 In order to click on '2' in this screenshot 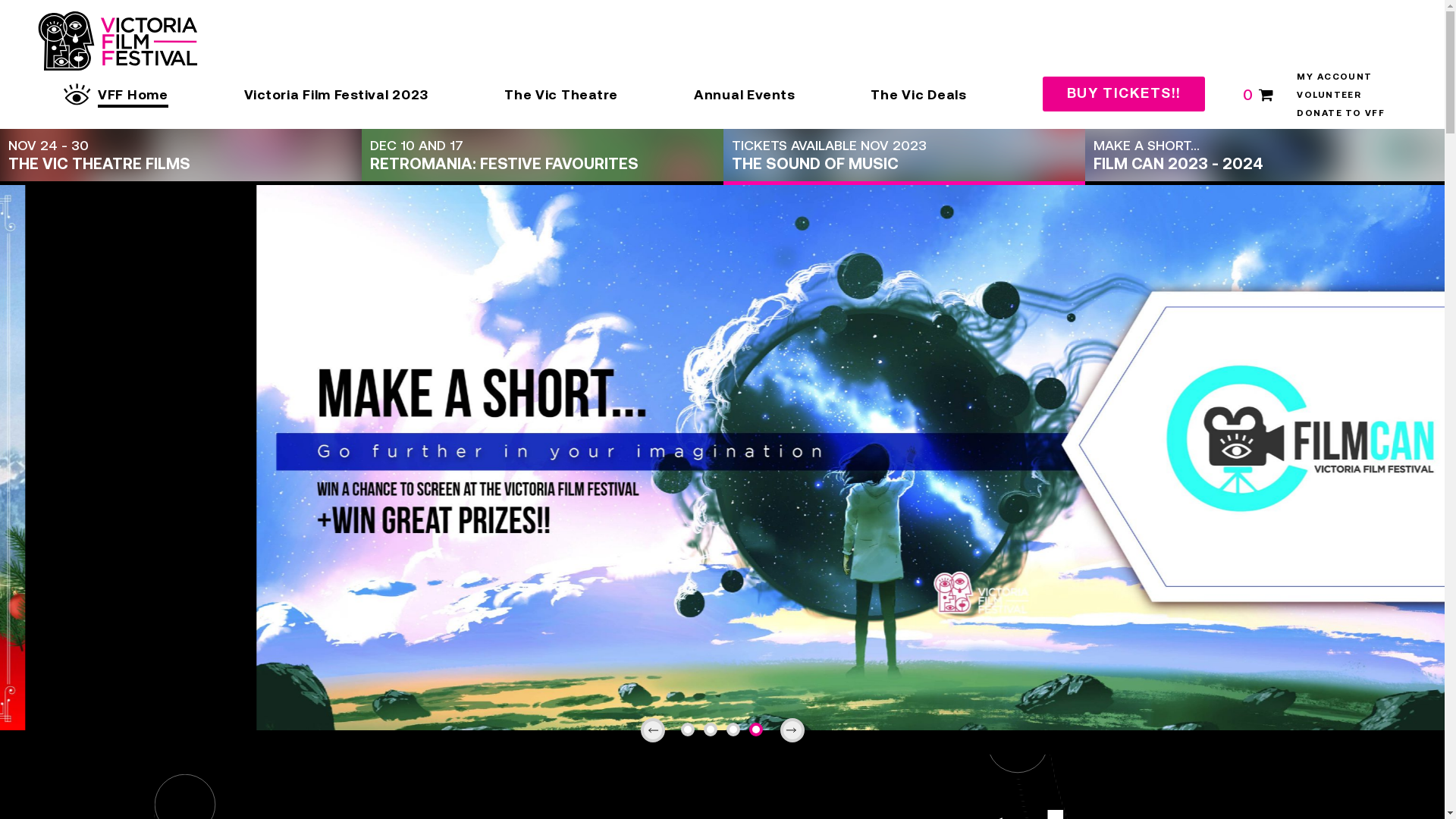, I will do `click(710, 730)`.